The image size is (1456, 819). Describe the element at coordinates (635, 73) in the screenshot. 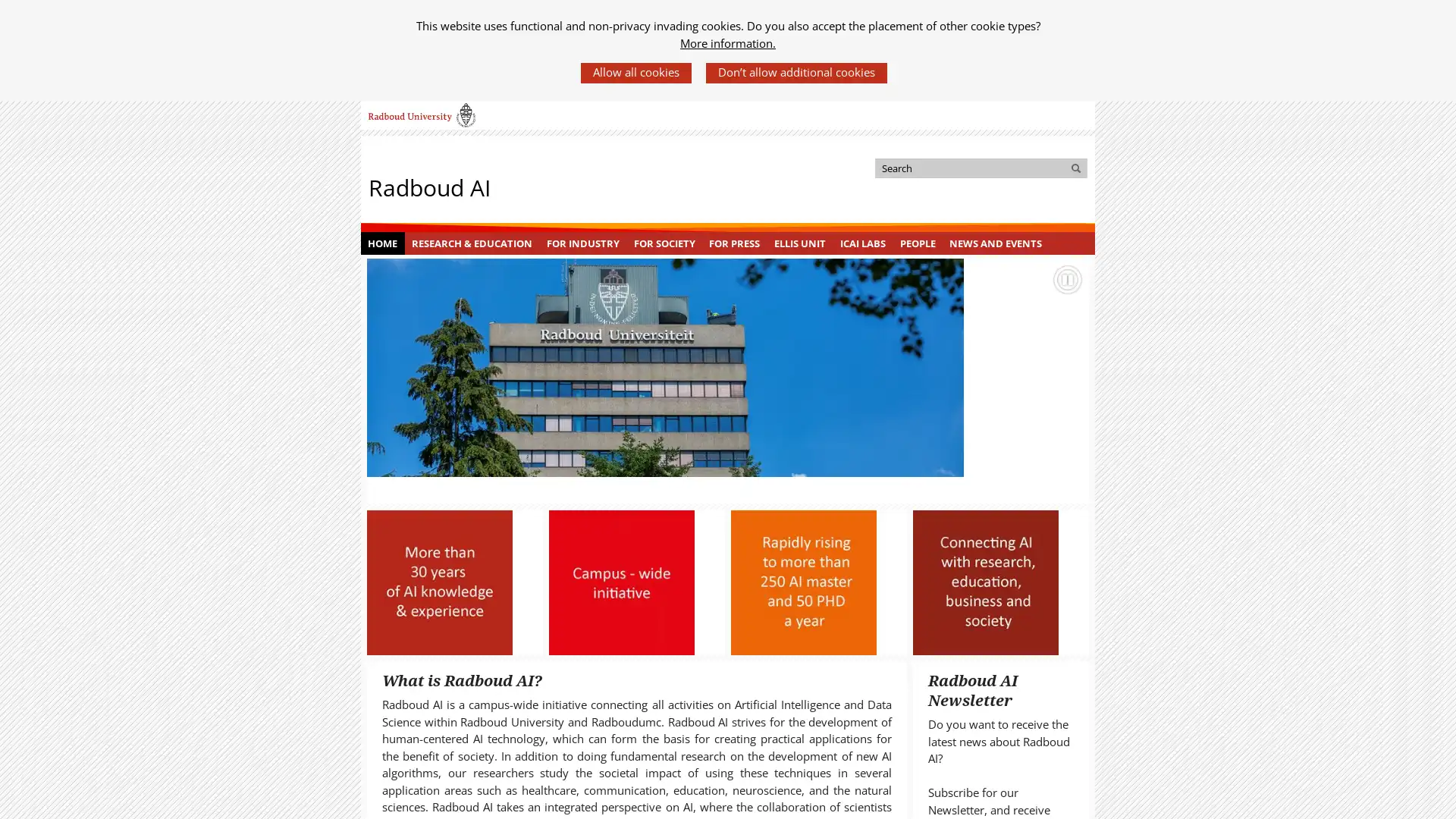

I see `Allow all cookies` at that location.